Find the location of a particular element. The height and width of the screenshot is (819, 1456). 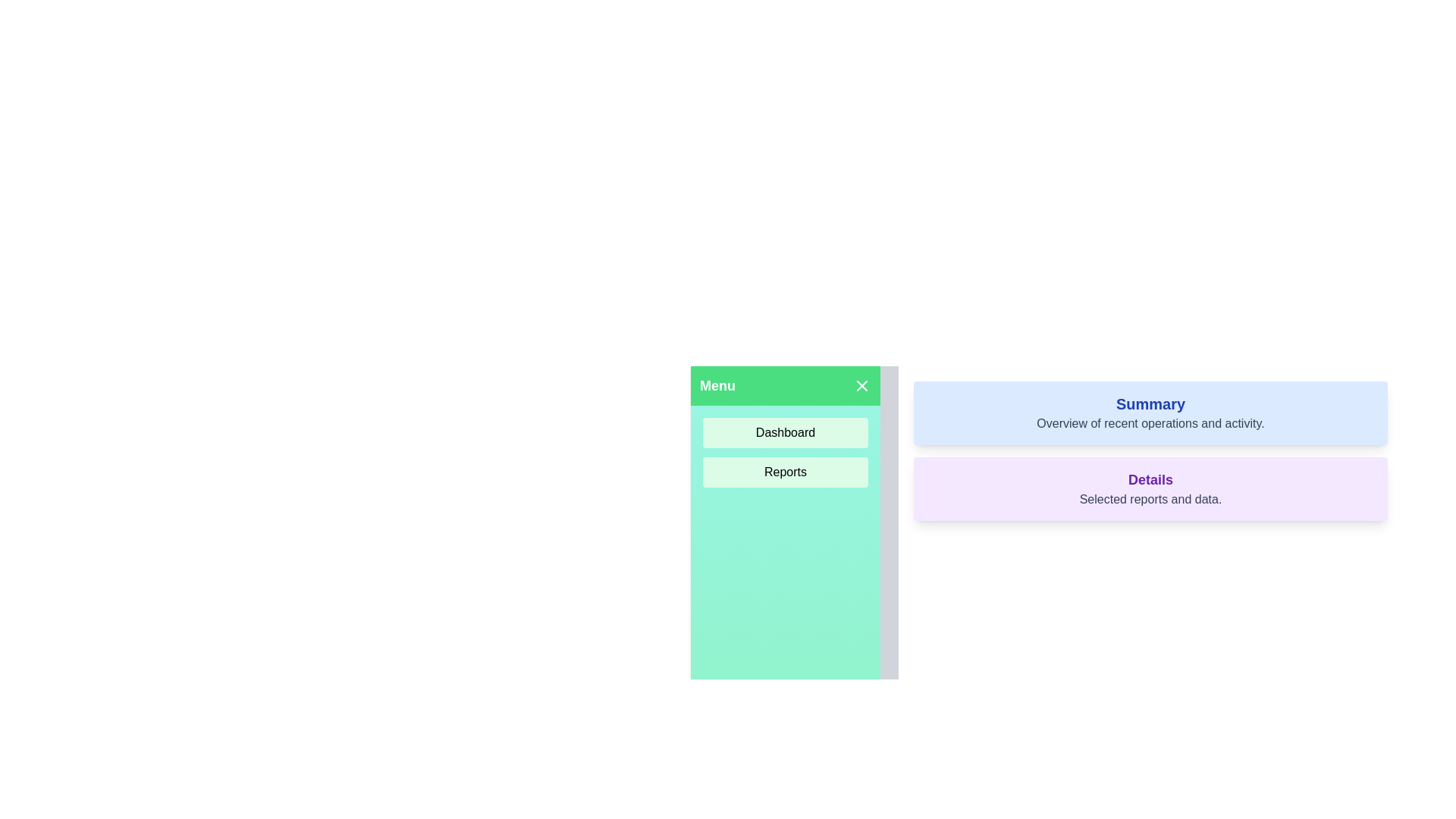

the 'Dashboard' button, which is a rectangular button with rounded corners and a light green background is located at coordinates (786, 432).